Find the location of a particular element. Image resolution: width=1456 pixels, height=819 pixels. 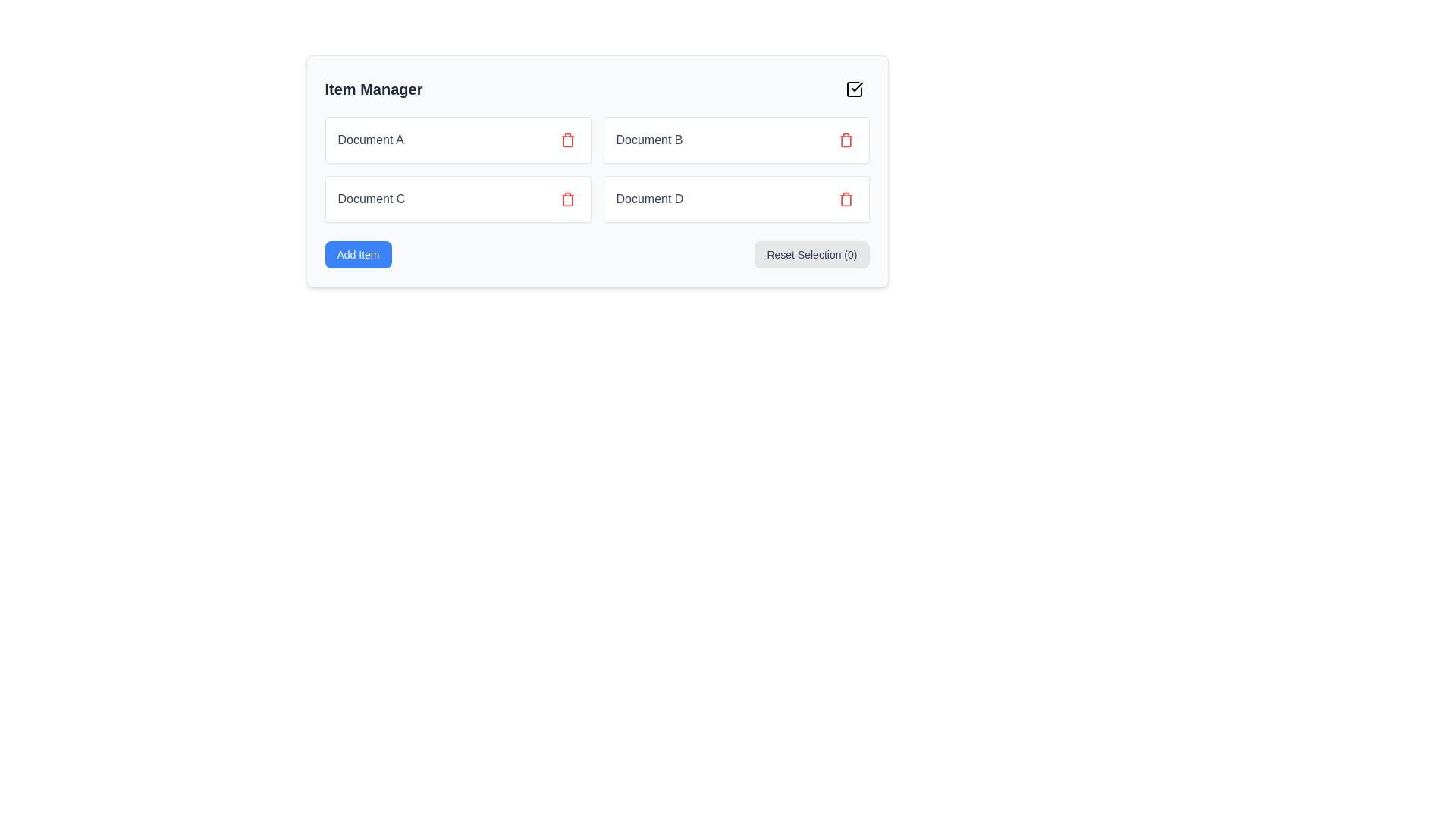

the 'Add Item' button located at the bottom-left of the 'Item Manager' module to observe the hover effect is located at coordinates (357, 253).